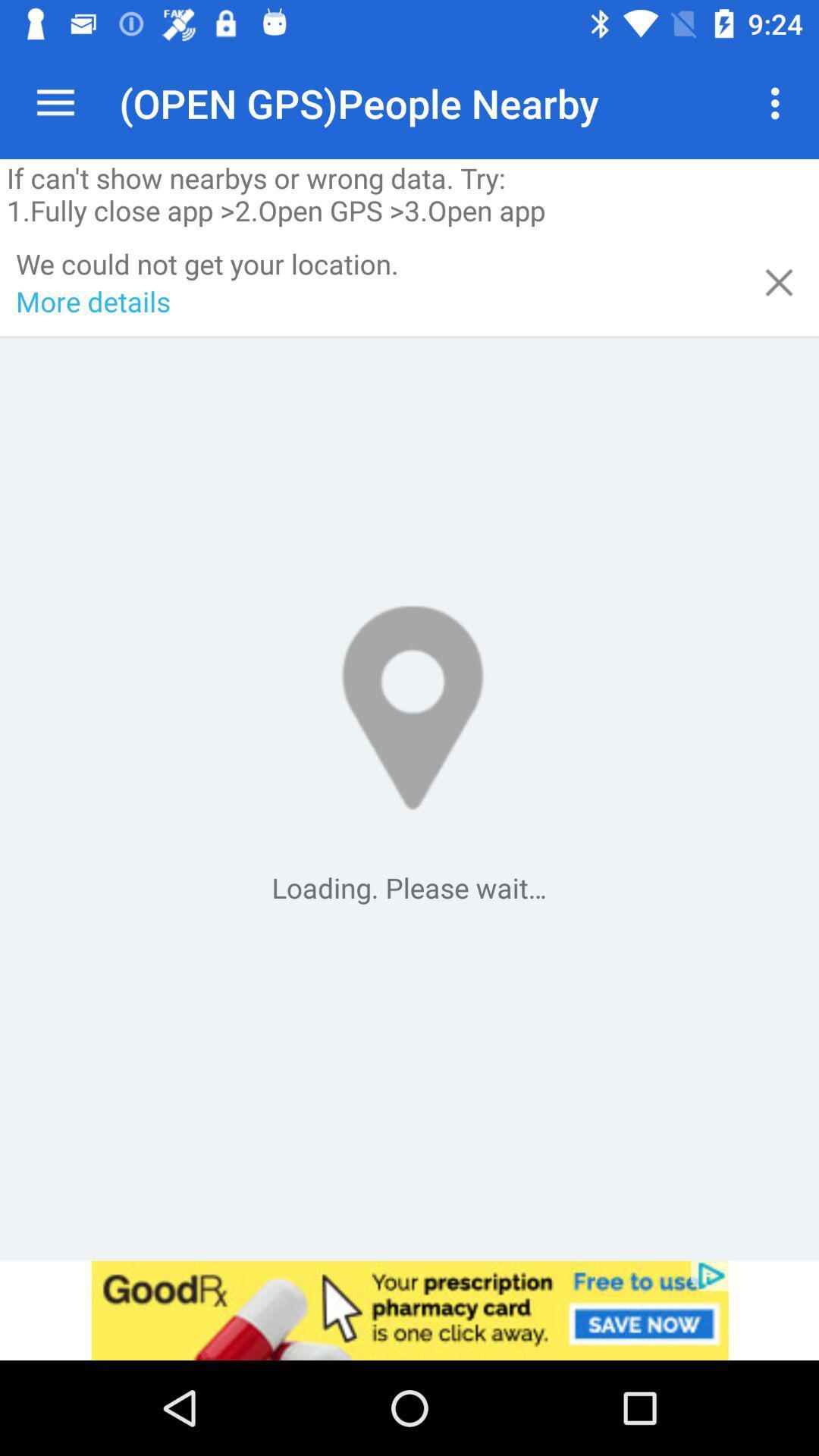 This screenshot has height=1456, width=819. I want to click on item, so click(779, 282).